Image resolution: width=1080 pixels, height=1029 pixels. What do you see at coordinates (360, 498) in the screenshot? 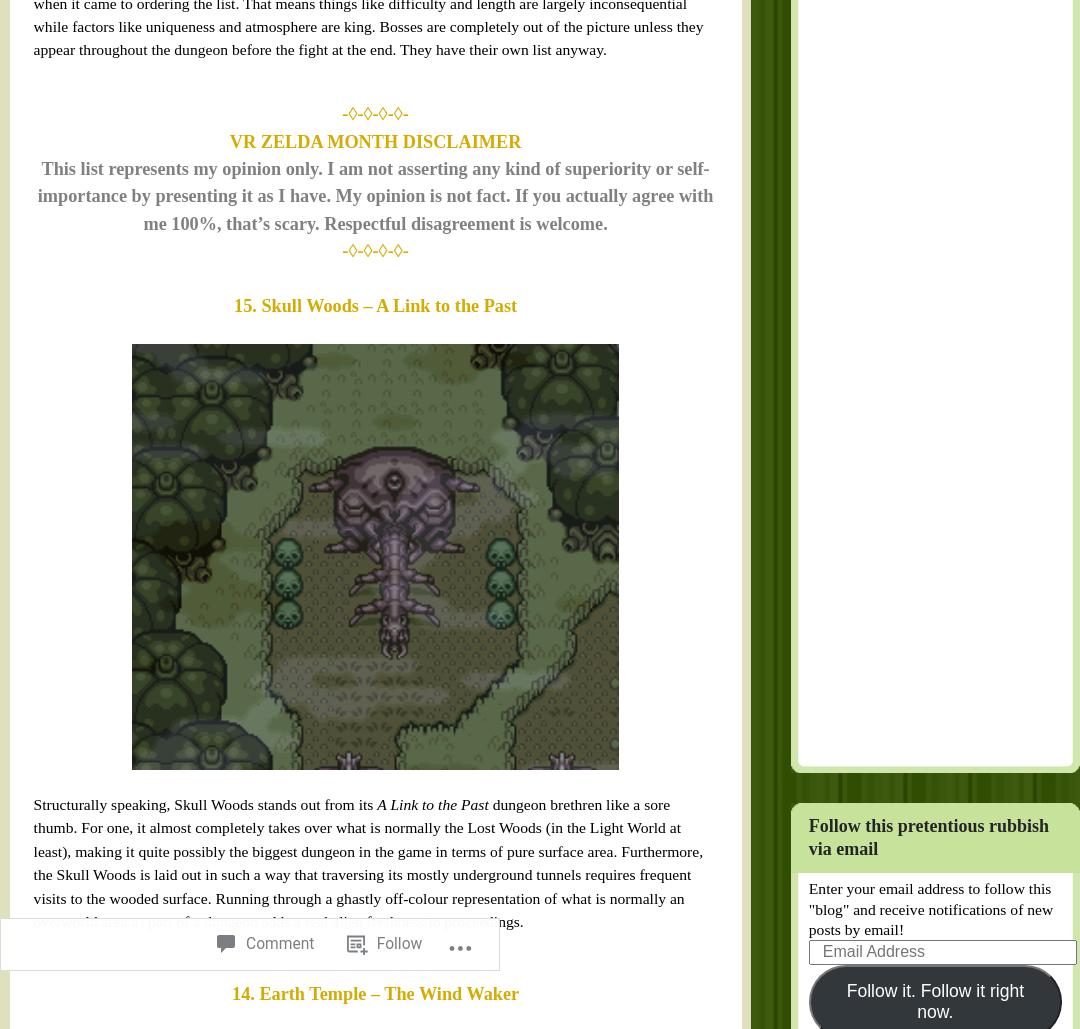
I see `'A Link to the Past'` at bounding box center [360, 498].